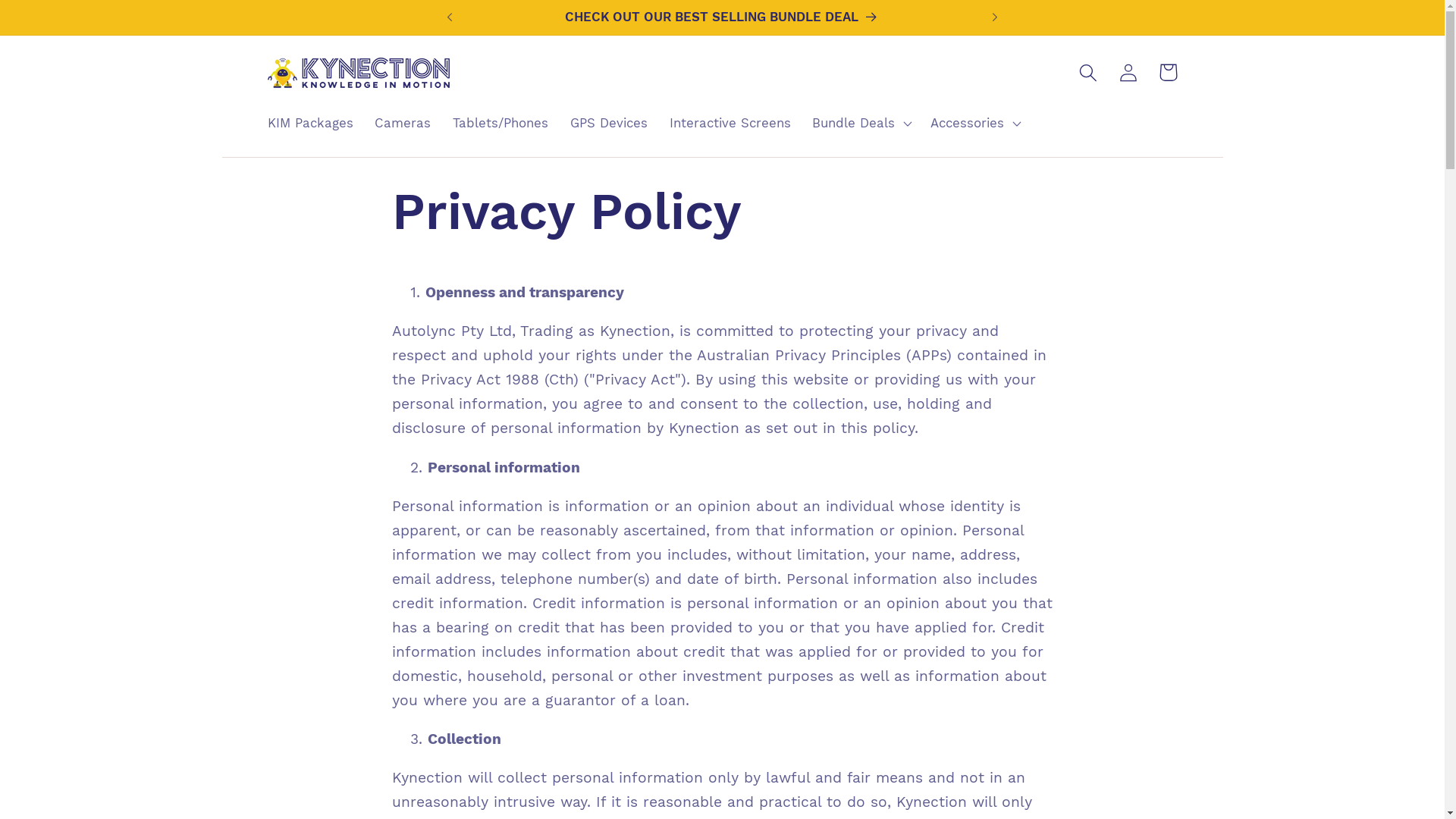  What do you see at coordinates (1167, 72) in the screenshot?
I see `'Cart'` at bounding box center [1167, 72].